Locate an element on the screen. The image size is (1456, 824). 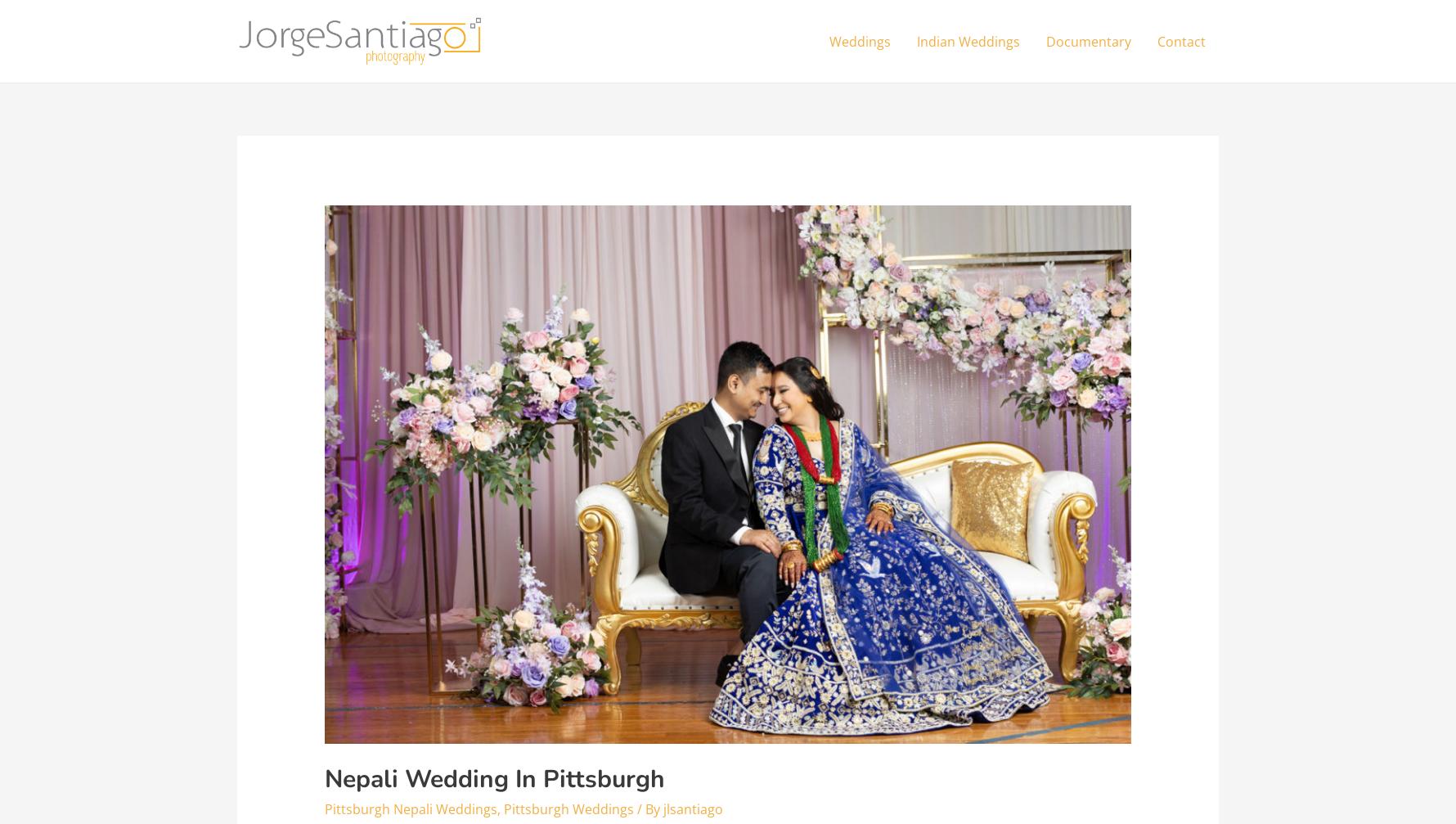
'Documentary' is located at coordinates (1088, 41).